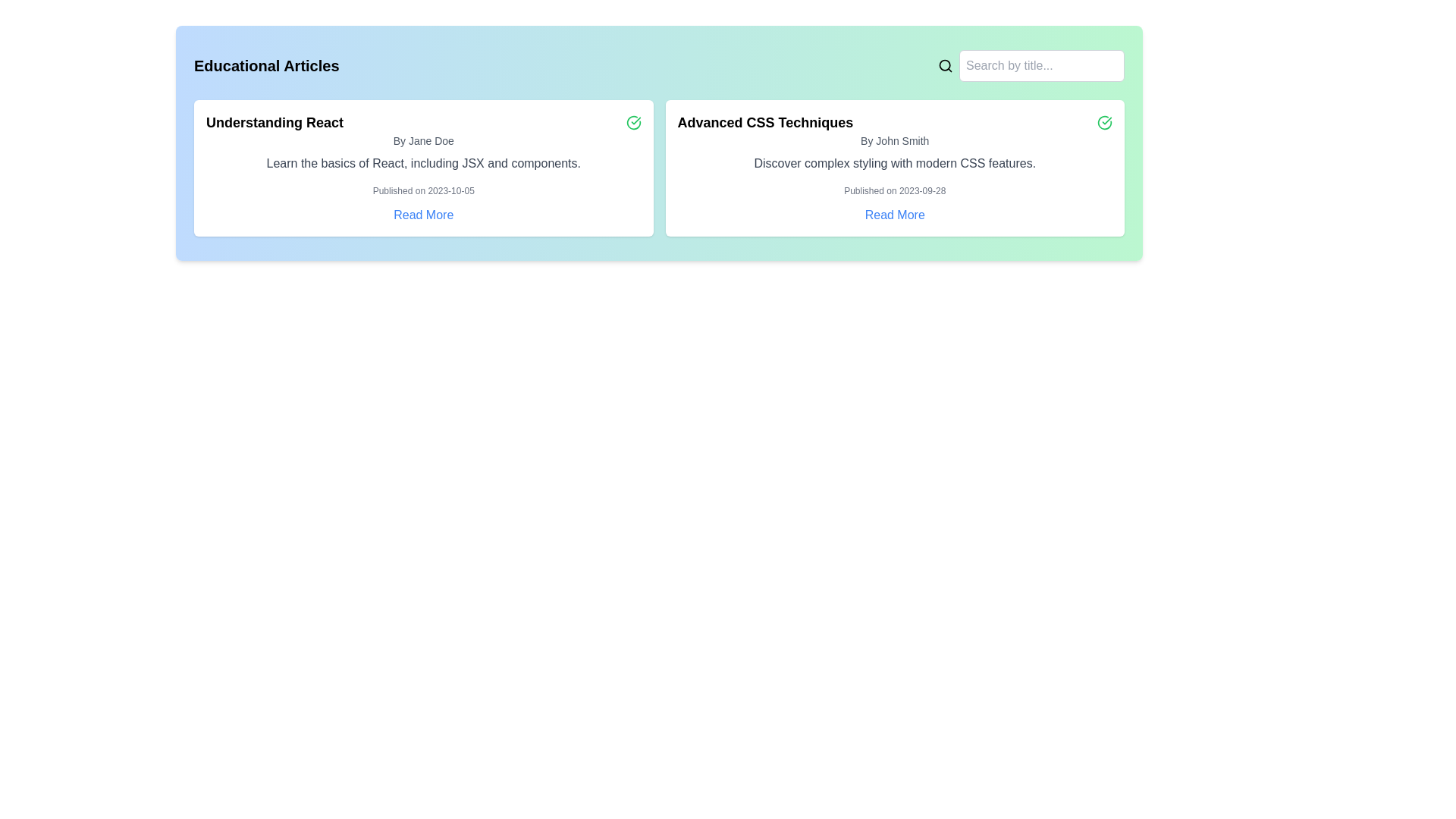  What do you see at coordinates (944, 64) in the screenshot?
I see `the decorative part of the search icon, which is located in the top-right segment of the UI next to the search input field` at bounding box center [944, 64].